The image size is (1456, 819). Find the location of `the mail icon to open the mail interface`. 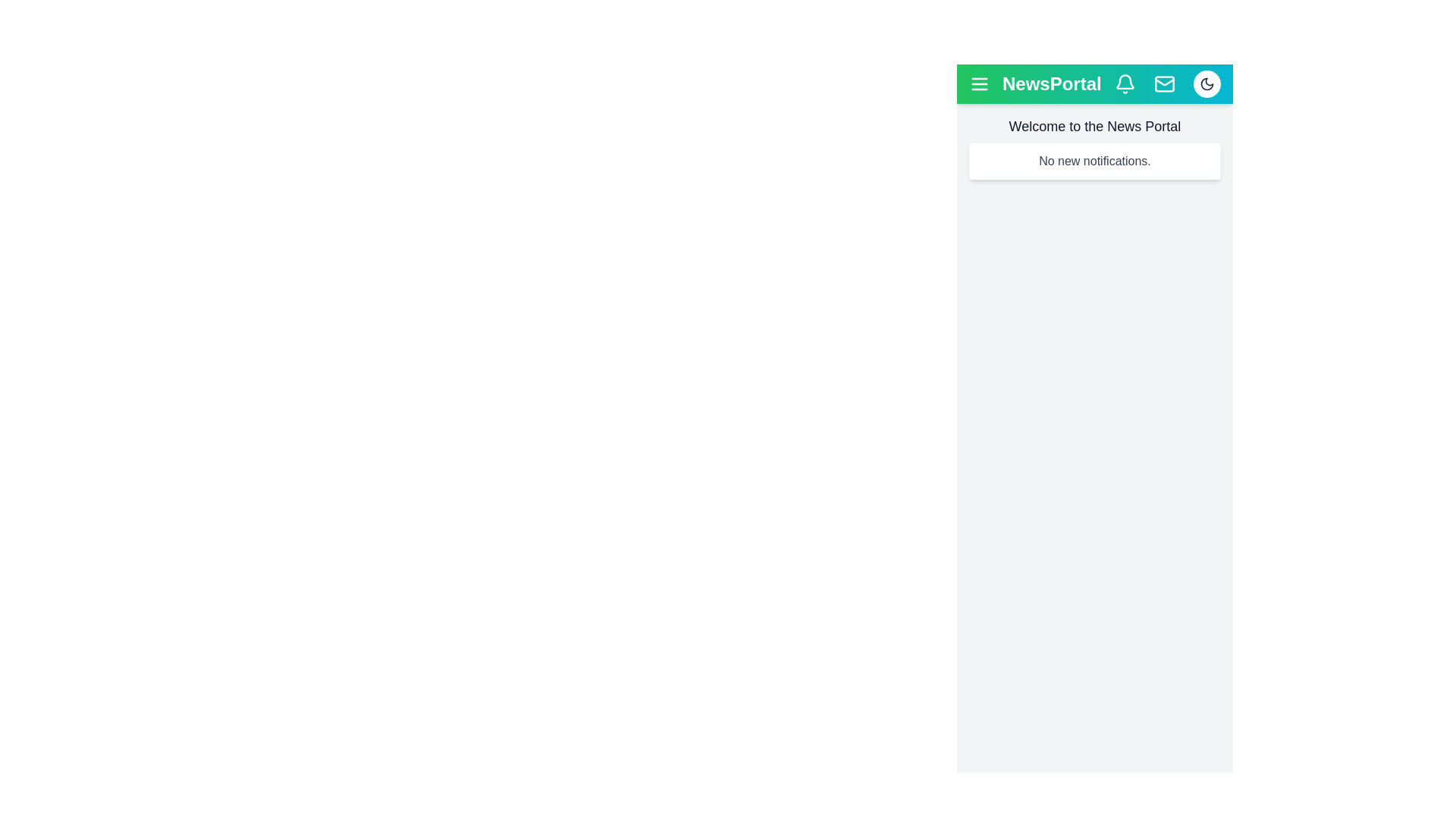

the mail icon to open the mail interface is located at coordinates (1164, 84).